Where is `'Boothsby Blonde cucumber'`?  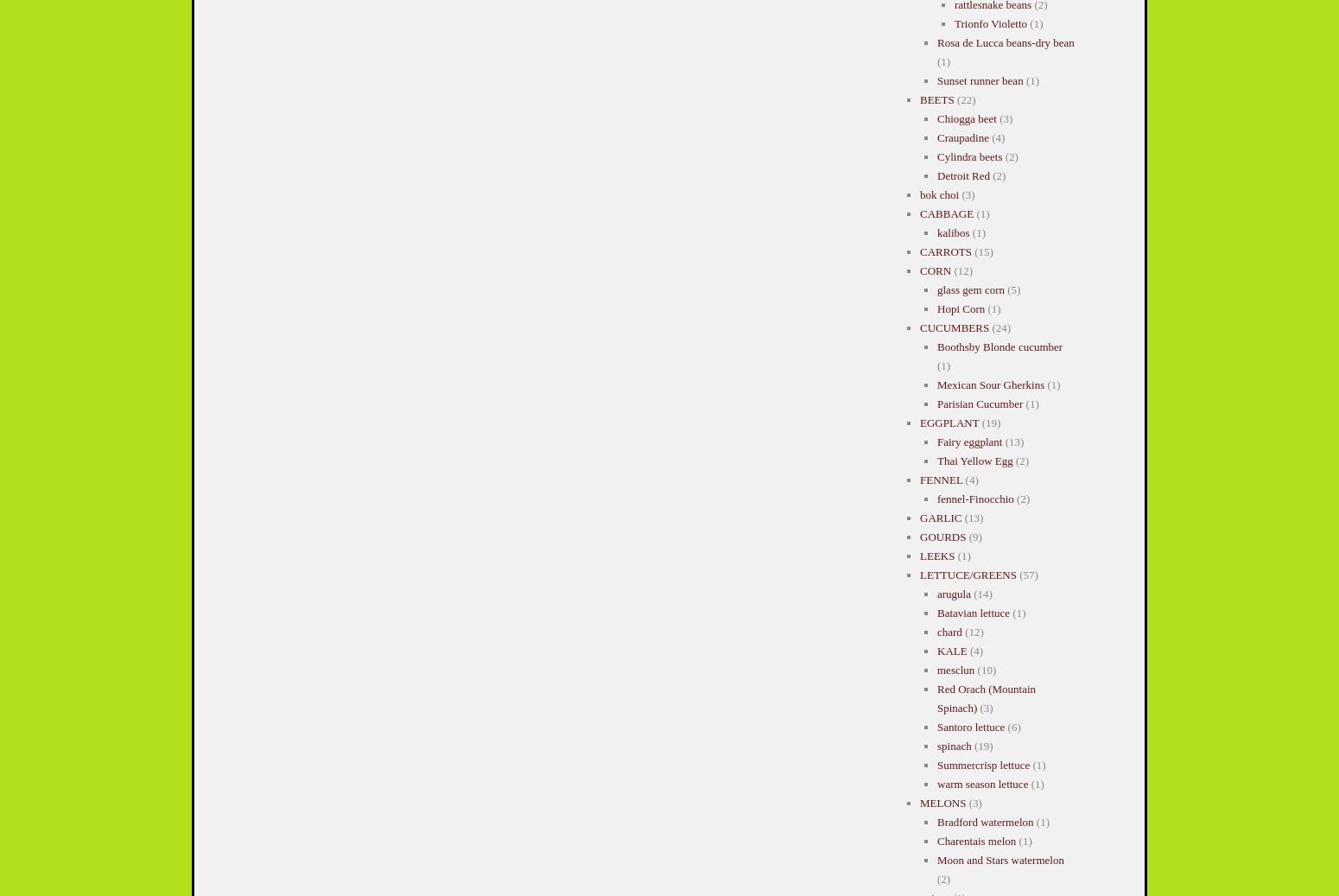 'Boothsby Blonde cucumber' is located at coordinates (937, 346).